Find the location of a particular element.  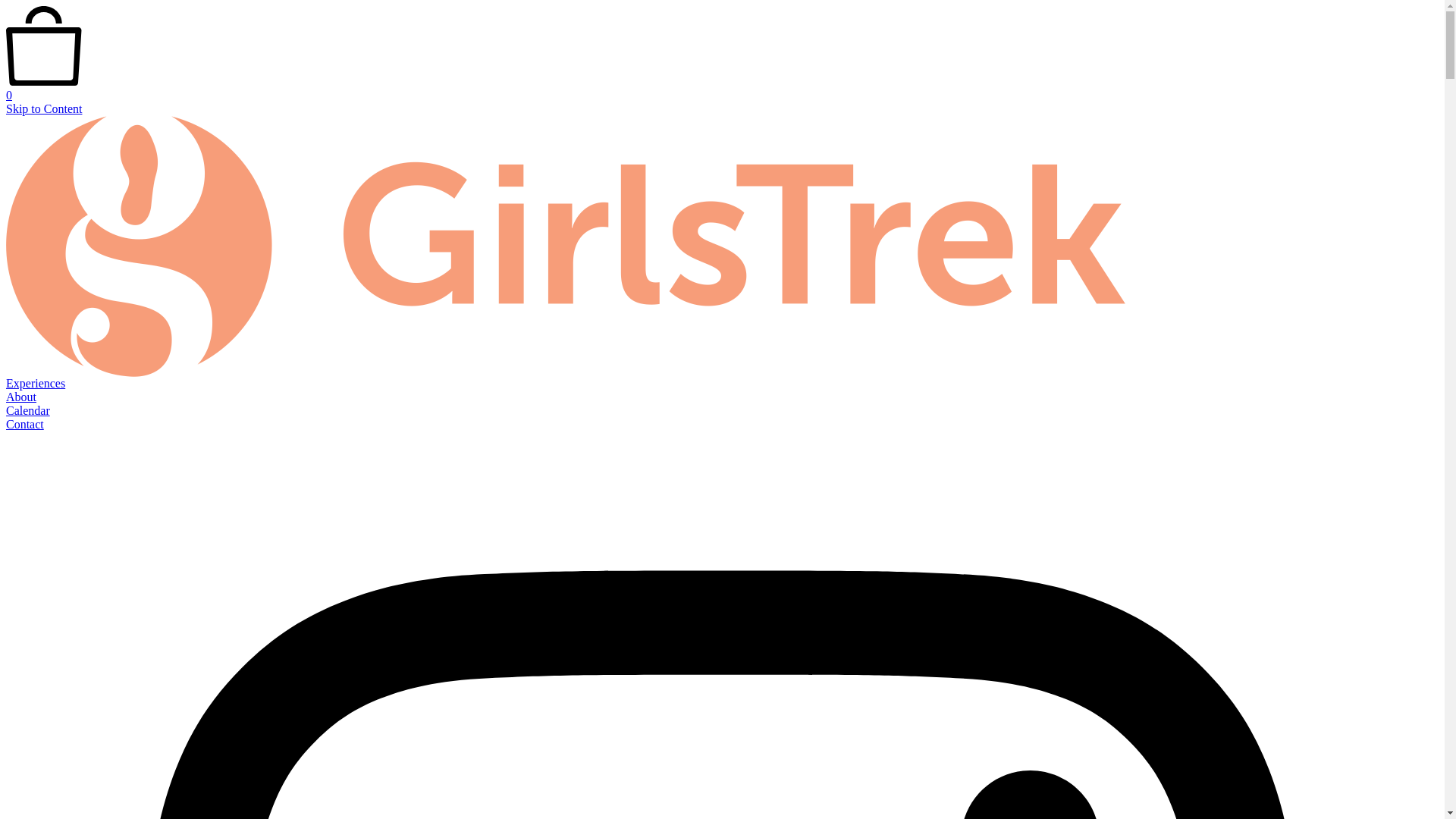

'Calendar' is located at coordinates (28, 410).